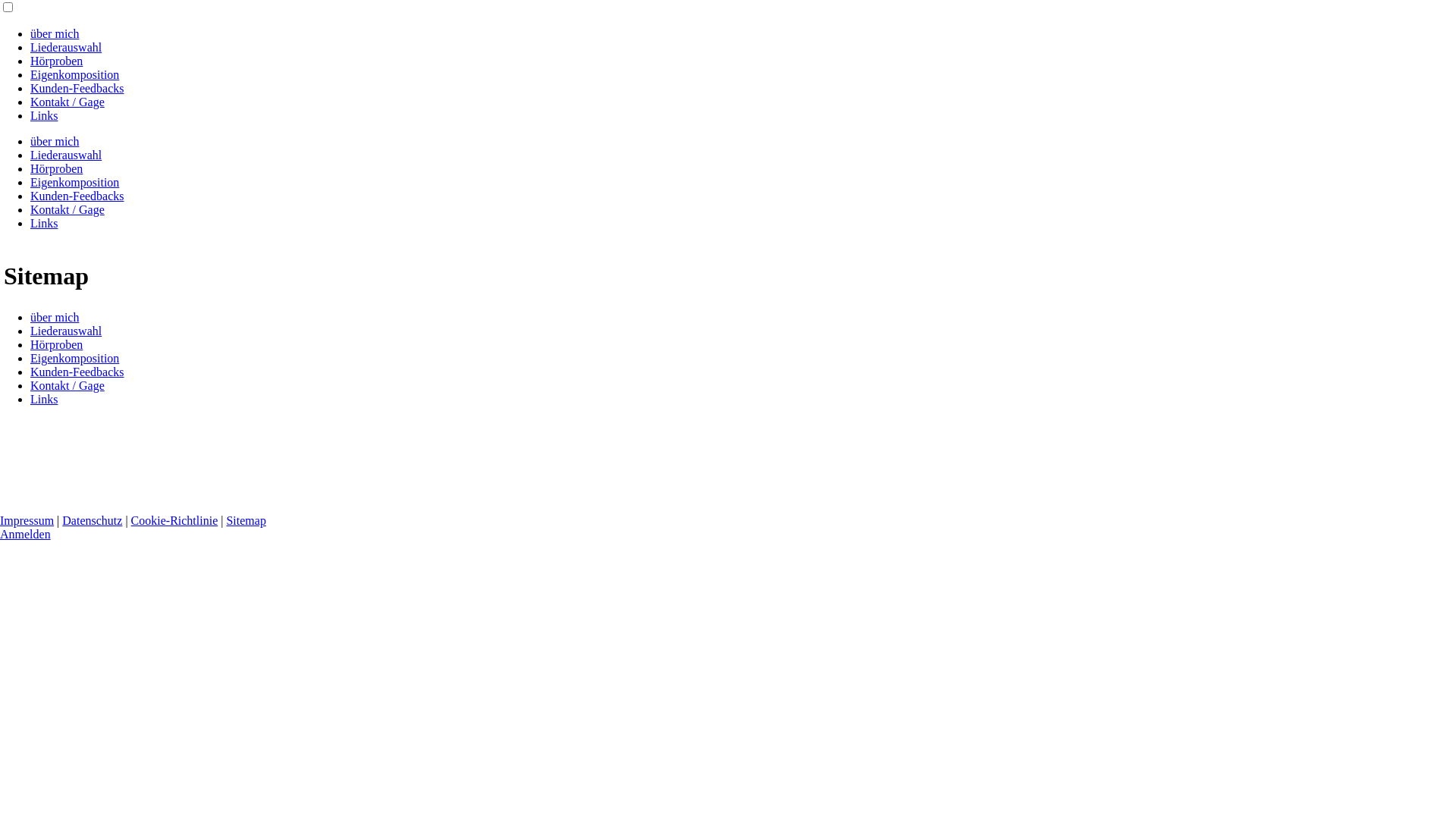  What do you see at coordinates (91, 519) in the screenshot?
I see `'Datenschutz'` at bounding box center [91, 519].